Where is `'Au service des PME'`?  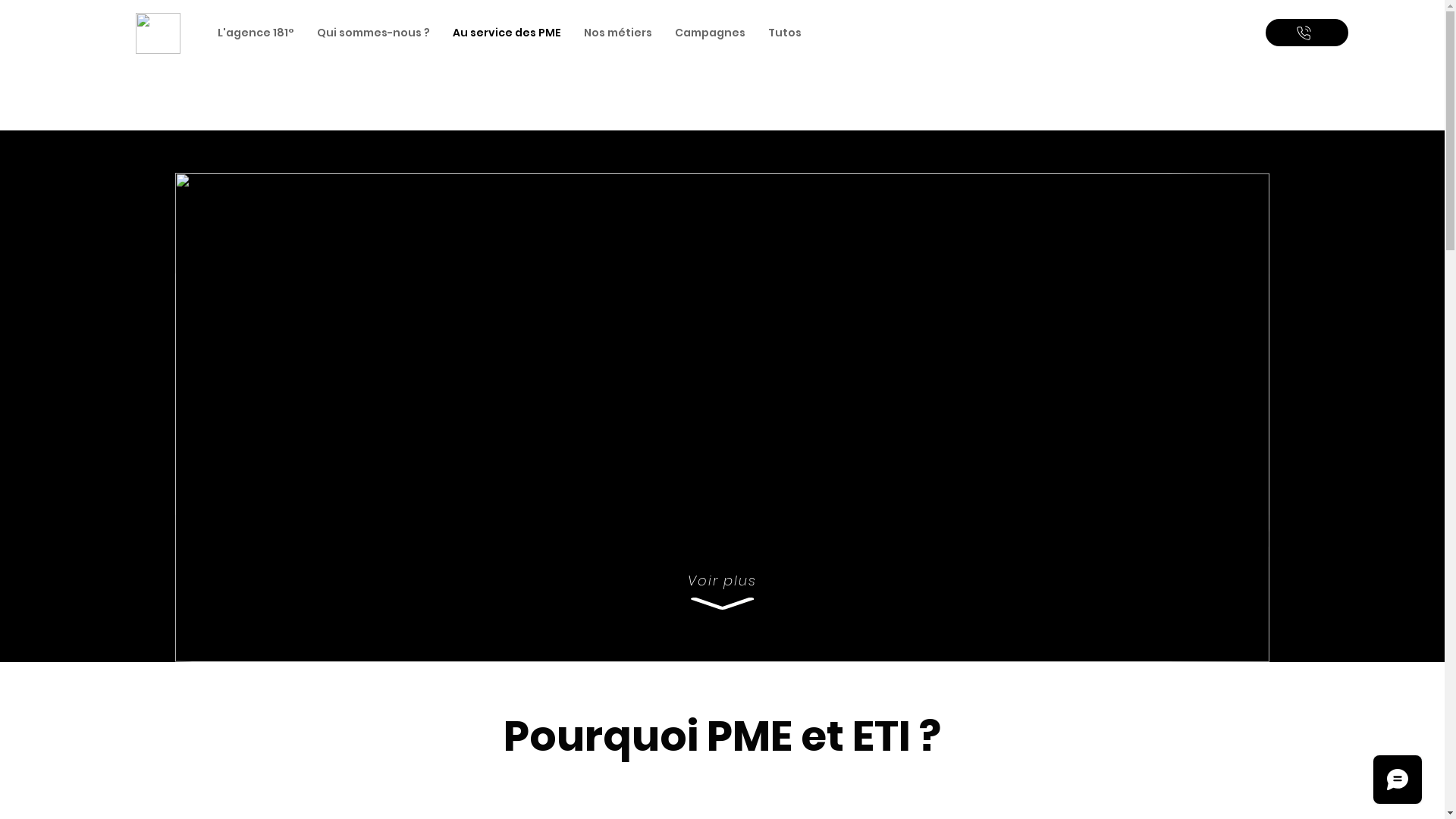 'Au service des PME' is located at coordinates (440, 33).